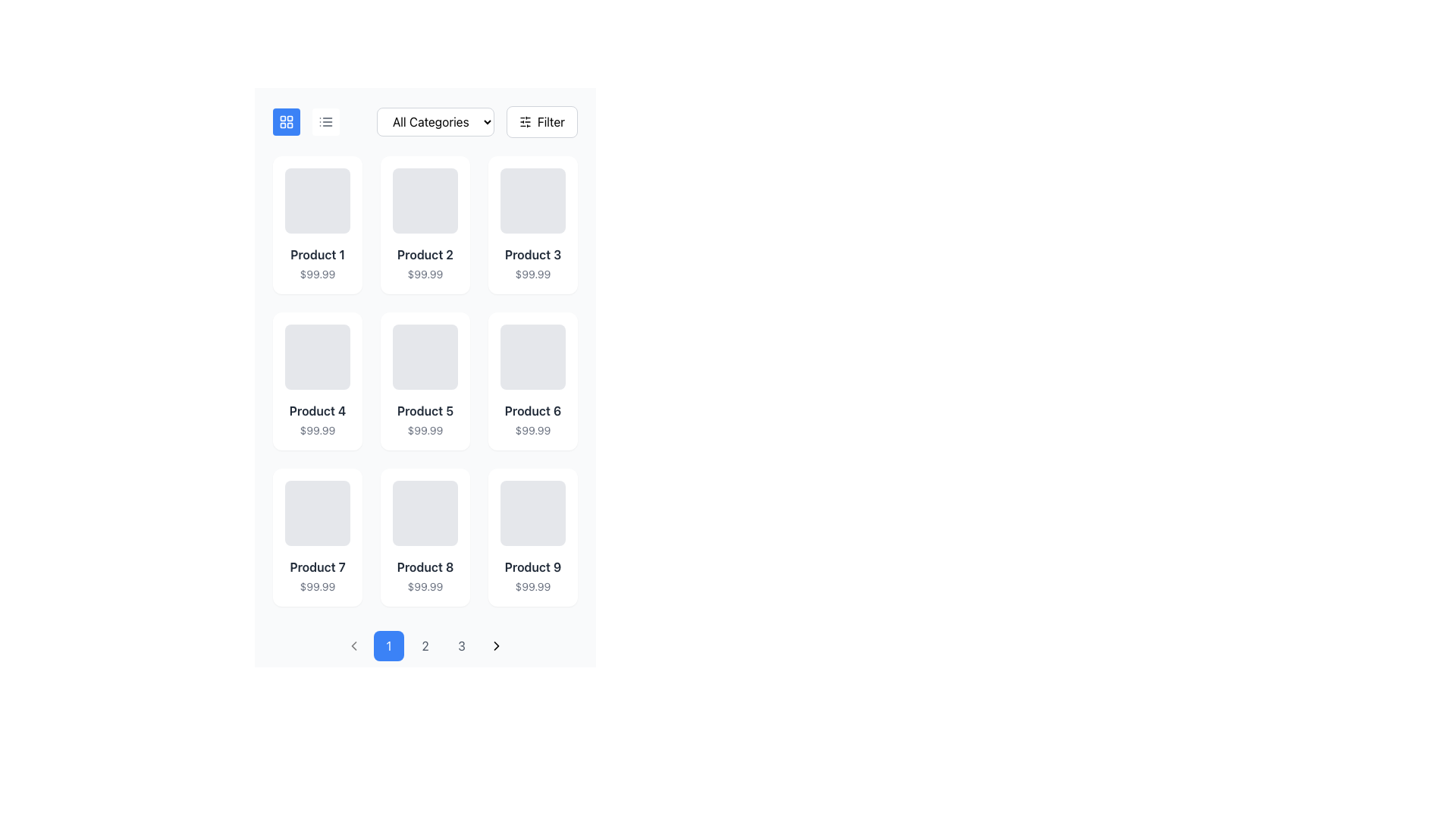 The image size is (1456, 819). What do you see at coordinates (532, 430) in the screenshot?
I see `text displayed in the smaller, gray font style labeled '$99.99' located below 'Product 6' in the sixth product card` at bounding box center [532, 430].